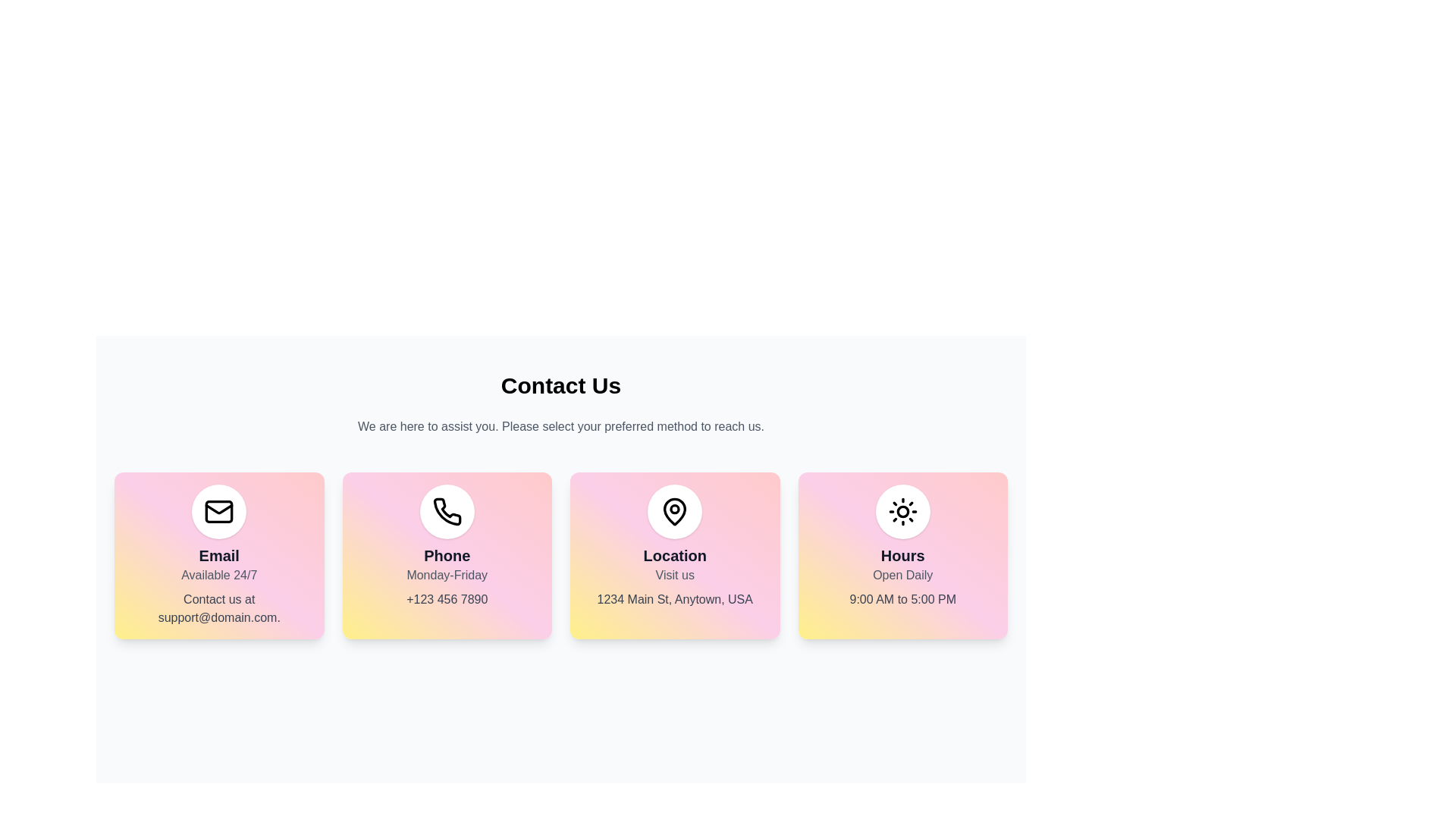 The image size is (1456, 819). What do you see at coordinates (446, 576) in the screenshot?
I see `the text label displaying 'Monday-Friday' located under the header 'Phone' and above the text '+123 456 7890'` at bounding box center [446, 576].